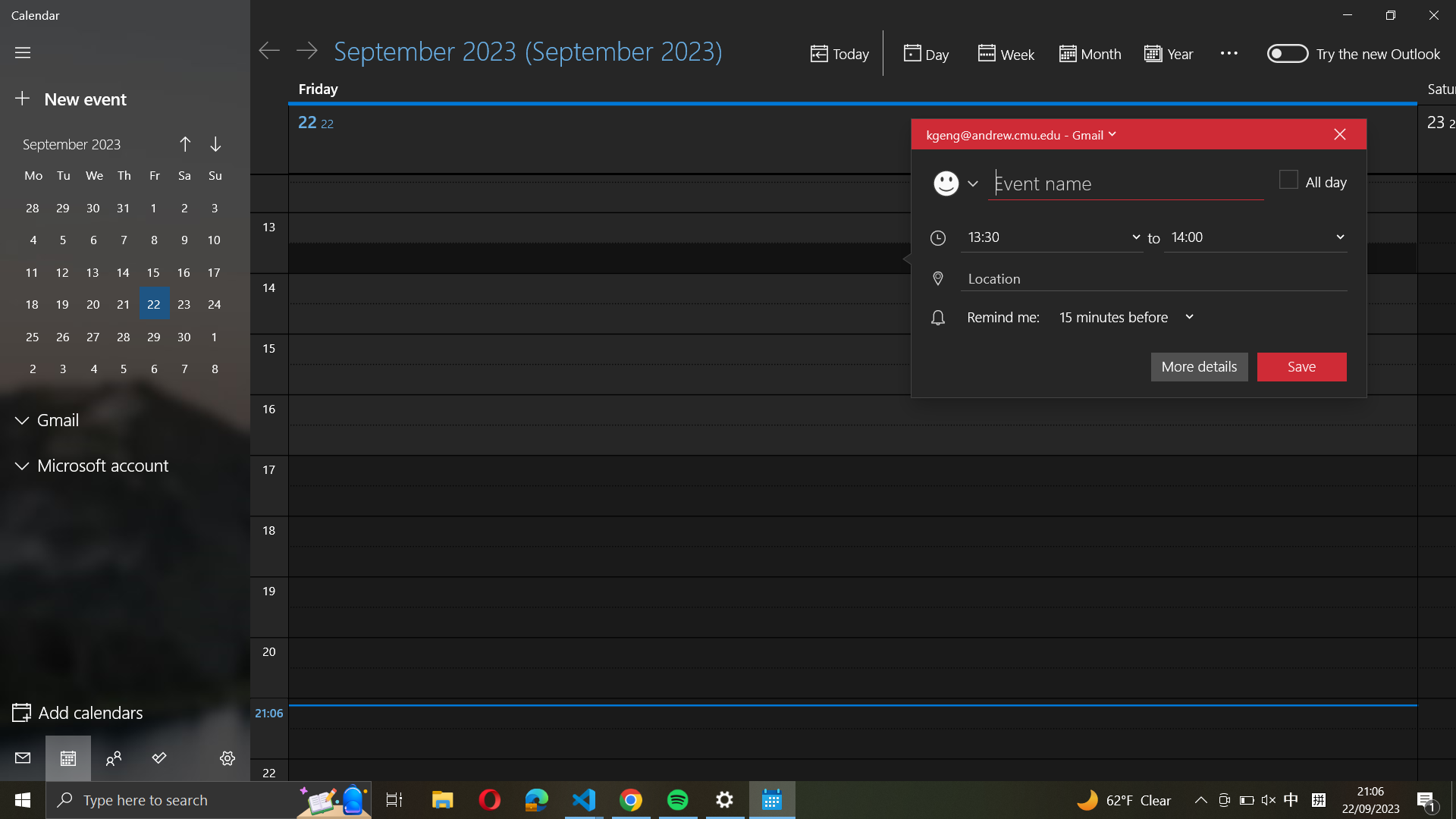 This screenshot has width=1456, height=819. I want to click on Update the event account information, so click(1019, 133).